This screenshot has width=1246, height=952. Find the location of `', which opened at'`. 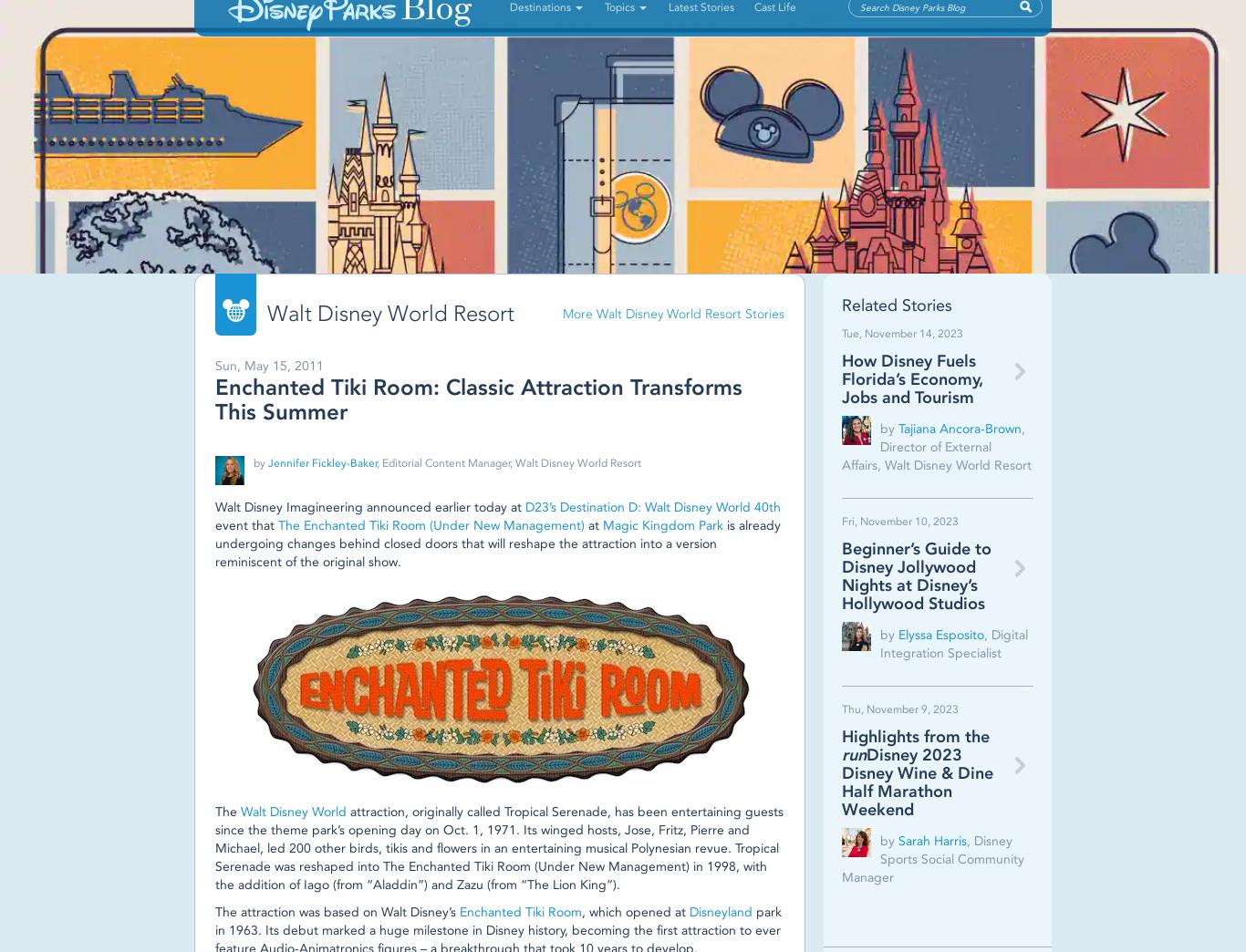

', which opened at' is located at coordinates (635, 912).